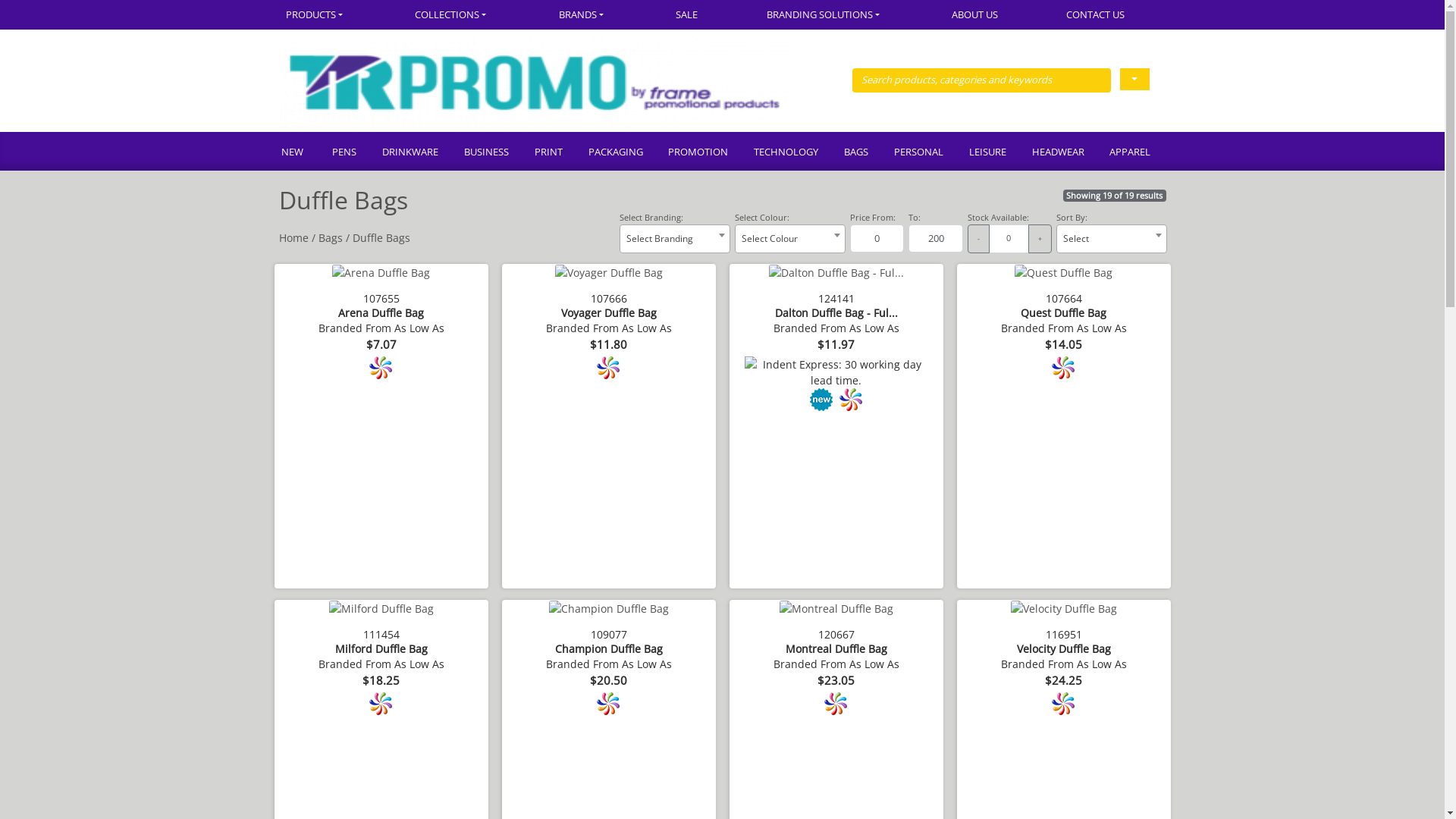 This screenshot has height=819, width=1456. Describe the element at coordinates (485, 152) in the screenshot. I see `'BUSINESS'` at that location.